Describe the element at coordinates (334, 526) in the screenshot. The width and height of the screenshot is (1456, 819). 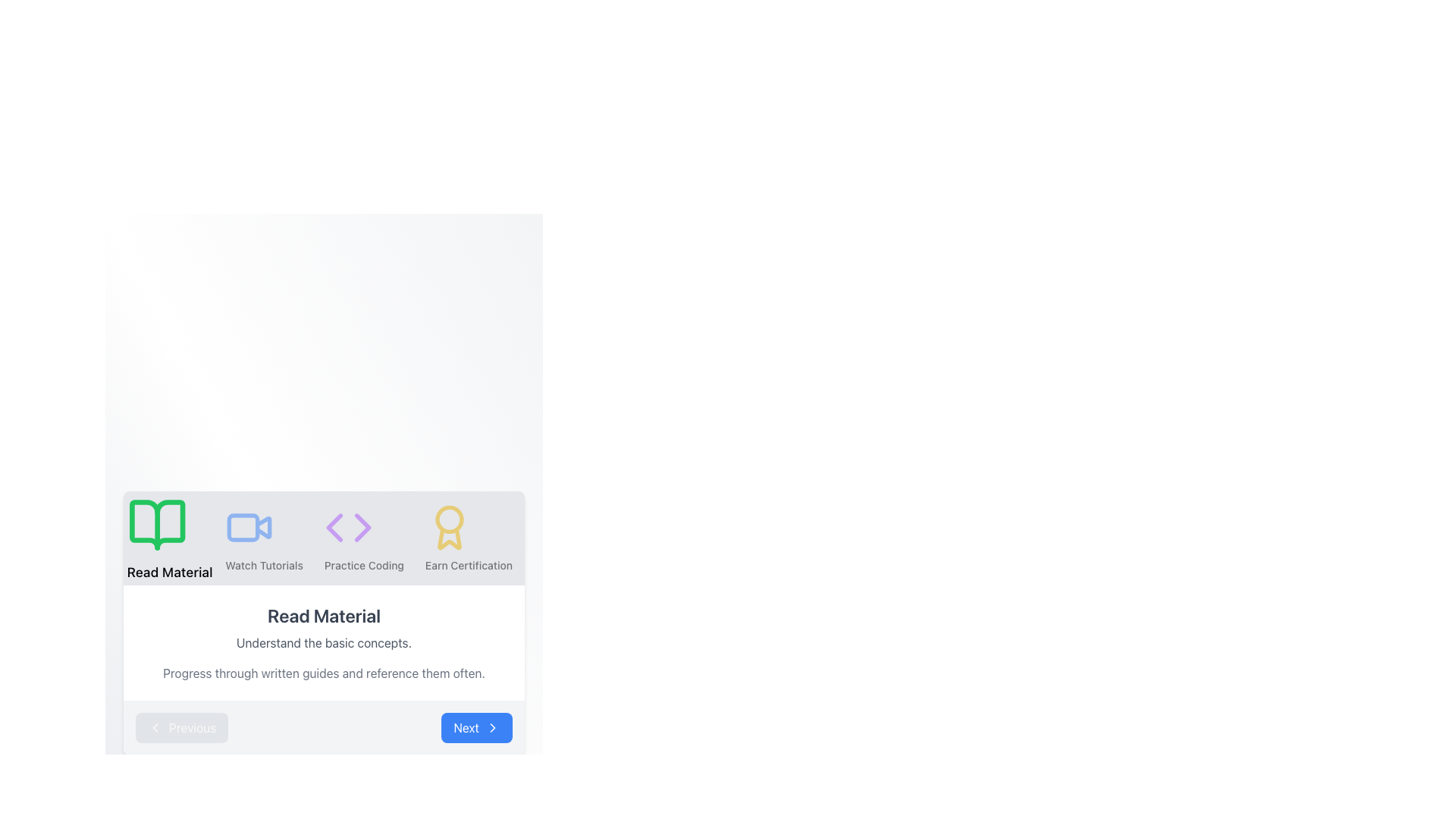
I see `the leftward-pointing purple arrow SVG graphic icon, which is part of a navigation set of arrows` at that location.